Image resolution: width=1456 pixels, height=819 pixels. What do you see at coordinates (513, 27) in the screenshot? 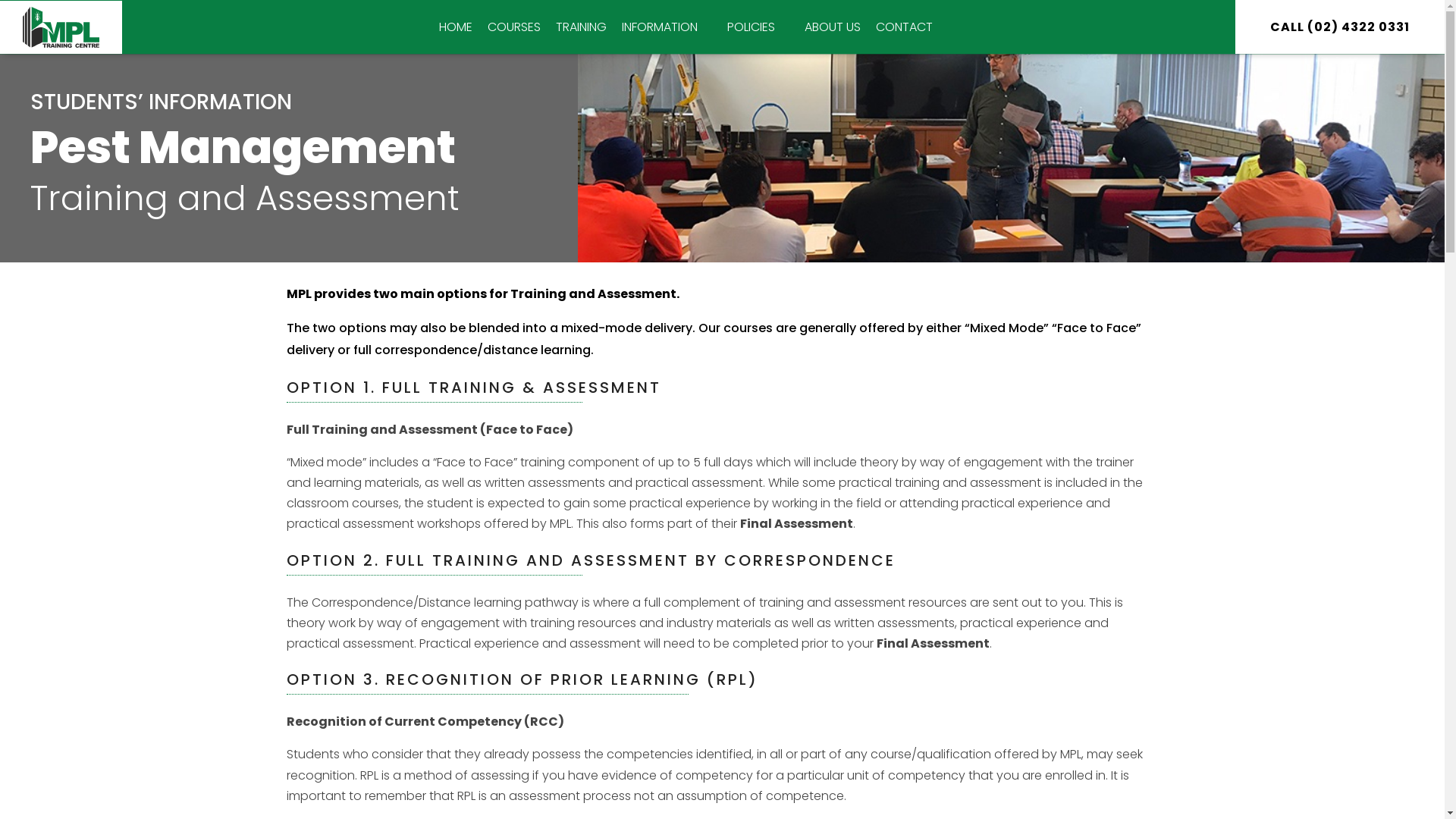
I see `'COURSES'` at bounding box center [513, 27].